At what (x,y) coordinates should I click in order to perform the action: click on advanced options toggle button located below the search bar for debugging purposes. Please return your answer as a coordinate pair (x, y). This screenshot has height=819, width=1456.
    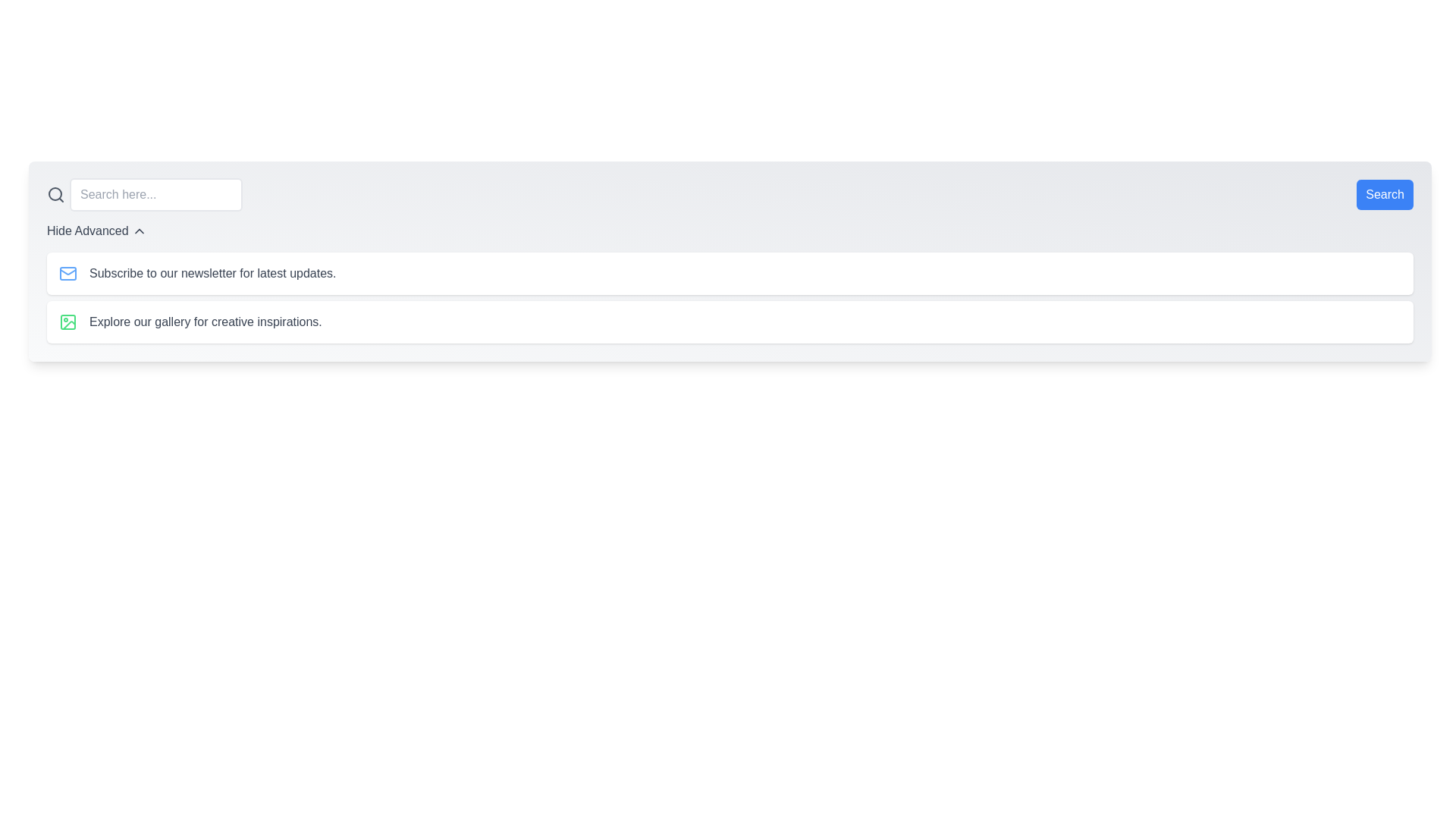
    Looking at the image, I should click on (96, 231).